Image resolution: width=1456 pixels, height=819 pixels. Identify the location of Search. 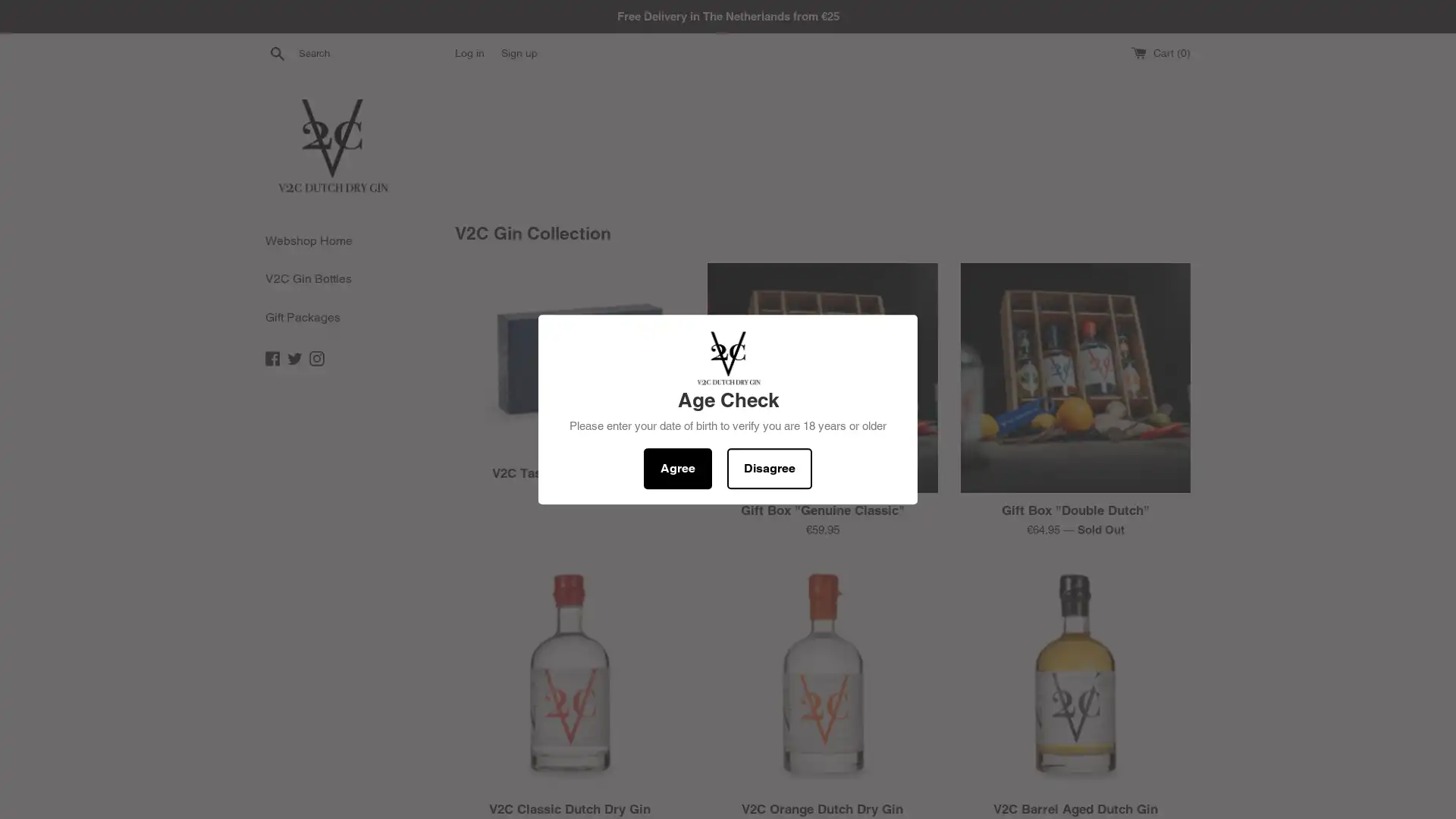
(277, 52).